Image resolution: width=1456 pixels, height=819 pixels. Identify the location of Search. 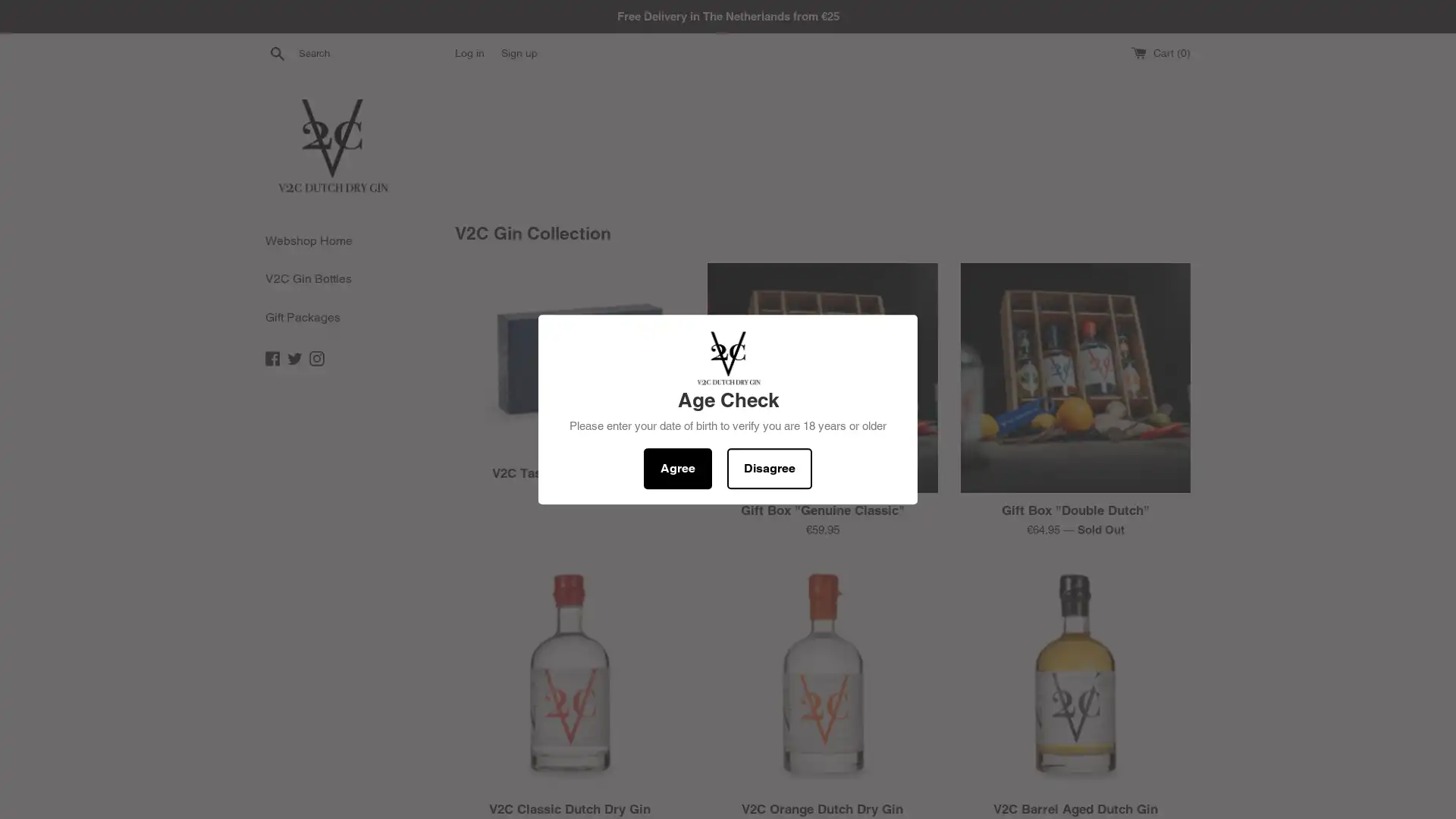
(277, 52).